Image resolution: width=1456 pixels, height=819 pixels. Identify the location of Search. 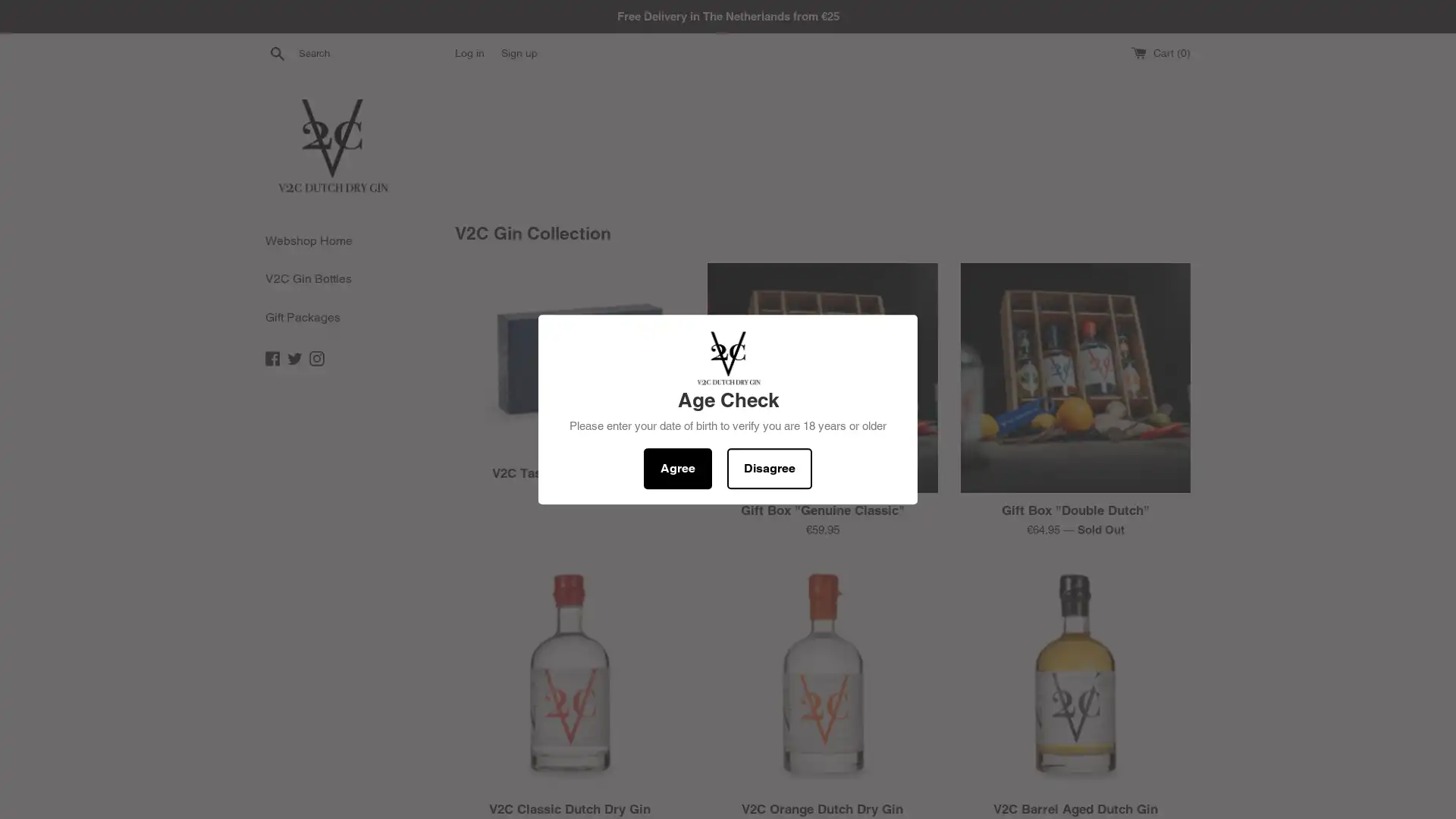
(277, 52).